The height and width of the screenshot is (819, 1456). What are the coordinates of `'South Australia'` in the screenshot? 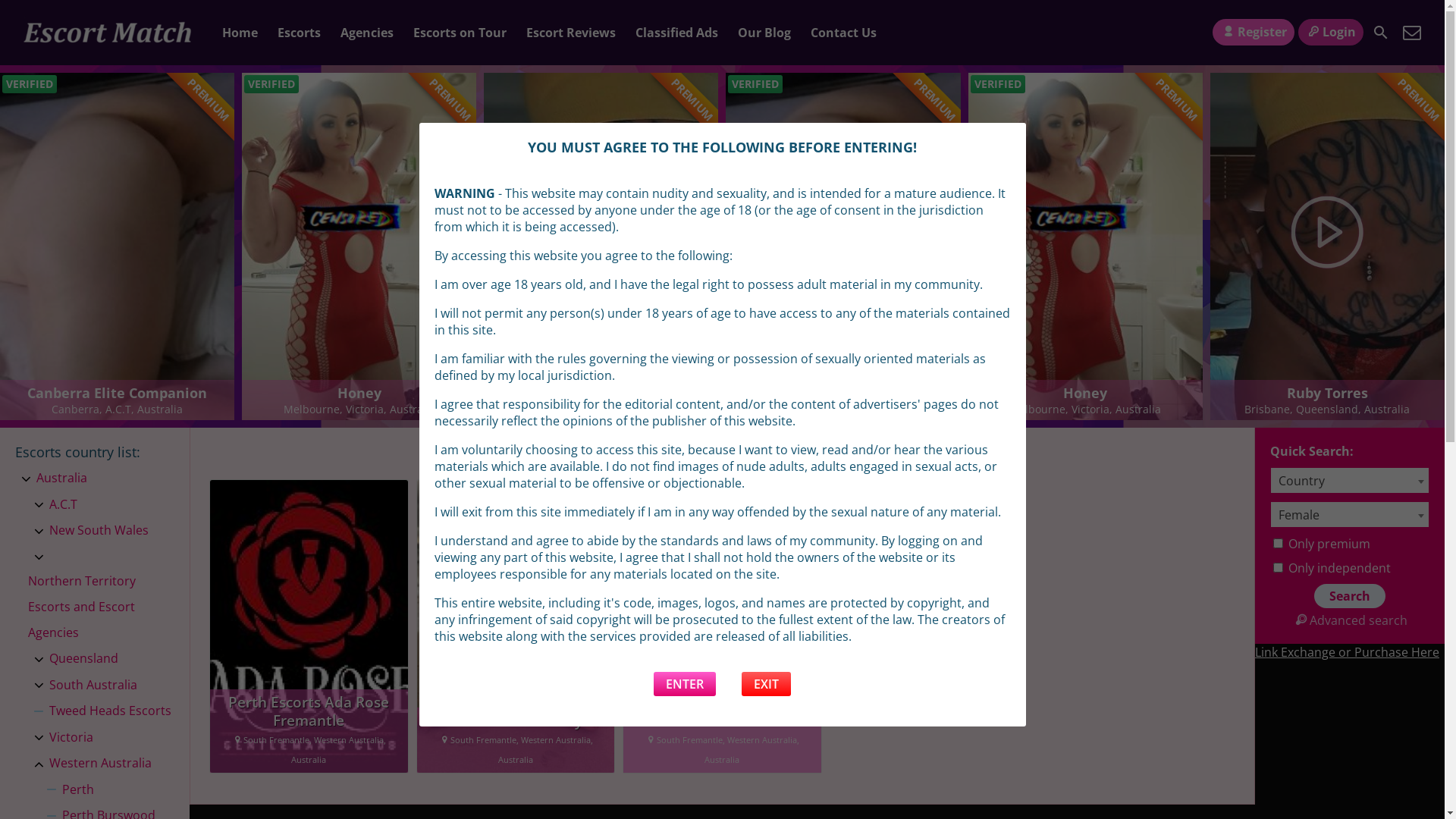 It's located at (49, 685).